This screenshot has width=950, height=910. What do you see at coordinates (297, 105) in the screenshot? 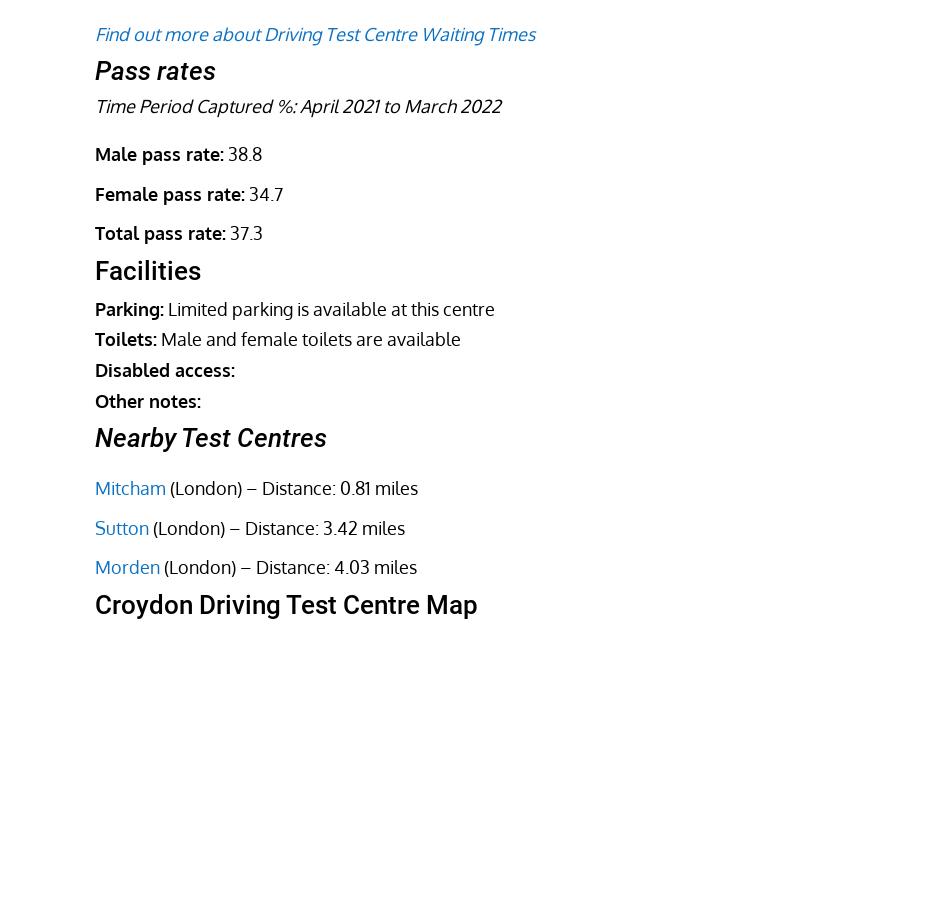
I see `'Time Period Captured %: April 2021 to March 2022'` at bounding box center [297, 105].